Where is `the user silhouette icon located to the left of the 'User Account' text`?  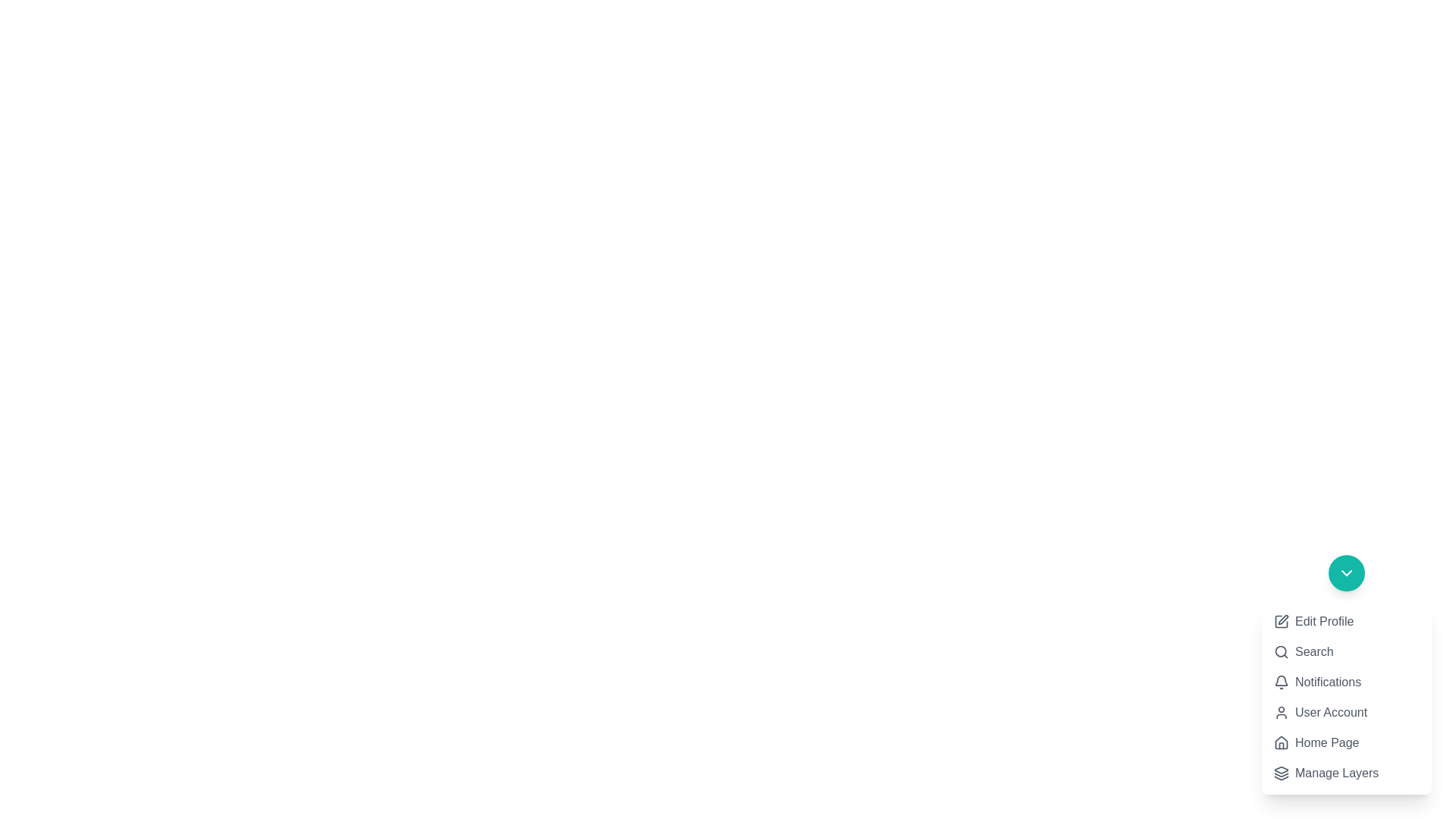
the user silhouette icon located to the left of the 'User Account' text is located at coordinates (1280, 713).